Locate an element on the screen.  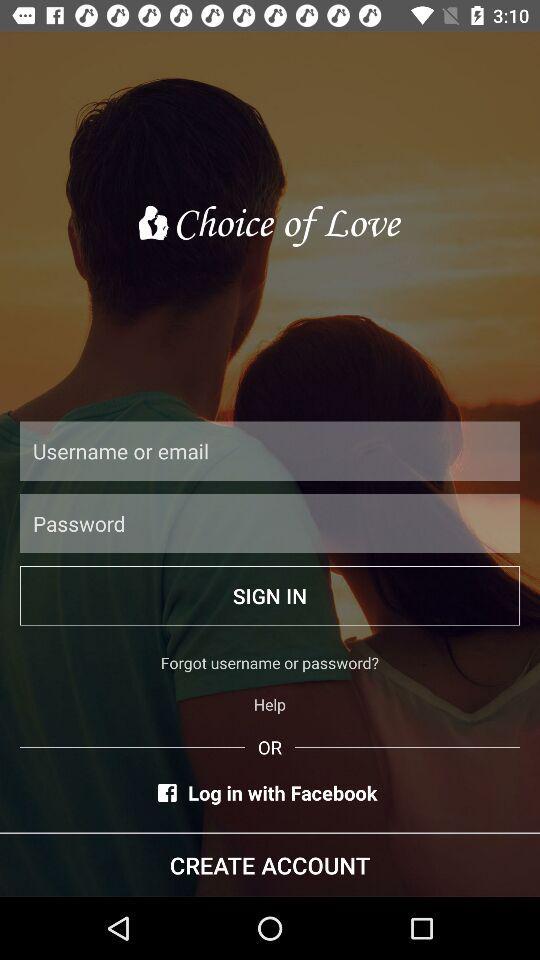
username or email is located at coordinates (270, 451).